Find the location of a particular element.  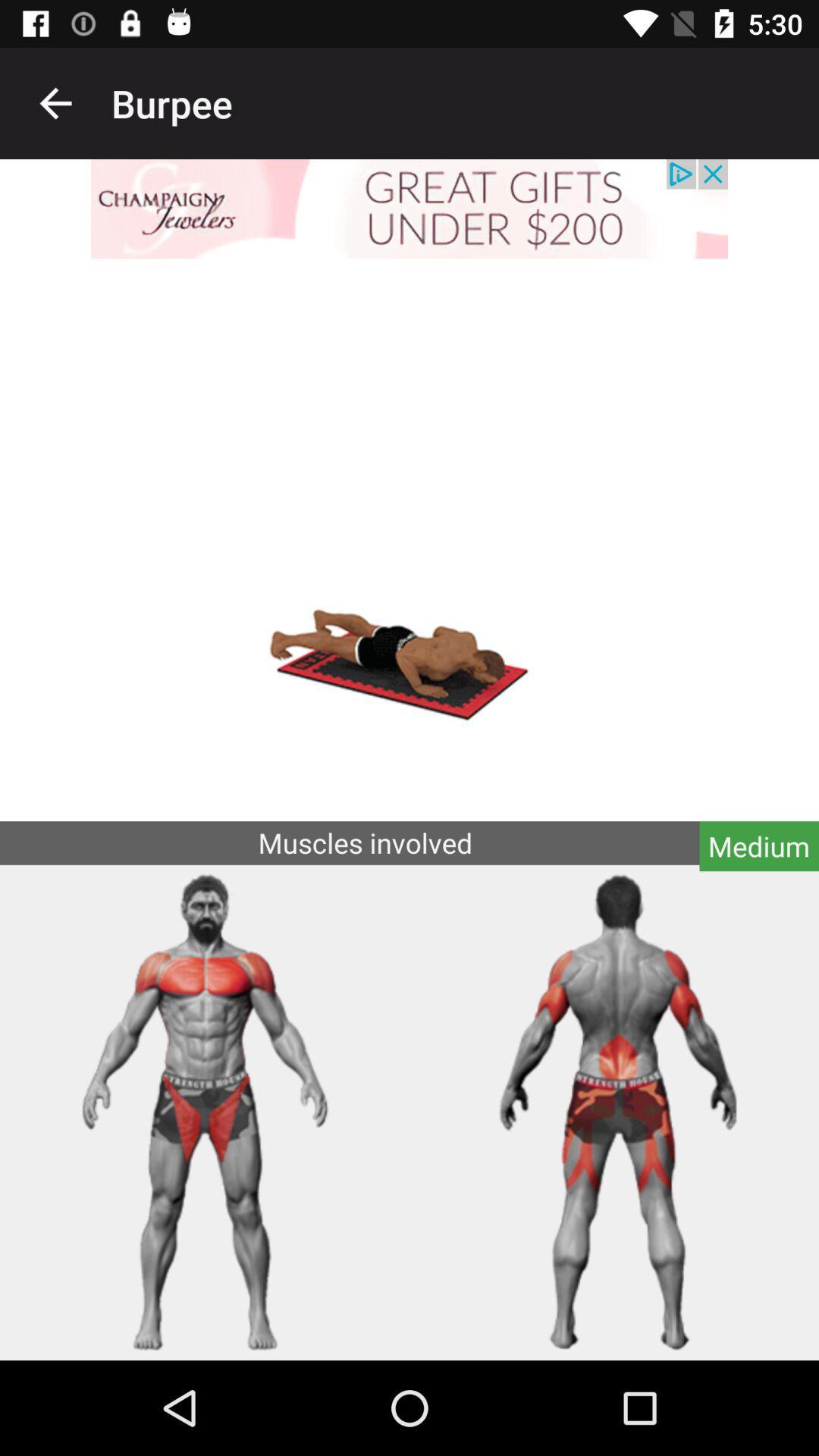

jewelry offer advertisement is located at coordinates (409, 208).